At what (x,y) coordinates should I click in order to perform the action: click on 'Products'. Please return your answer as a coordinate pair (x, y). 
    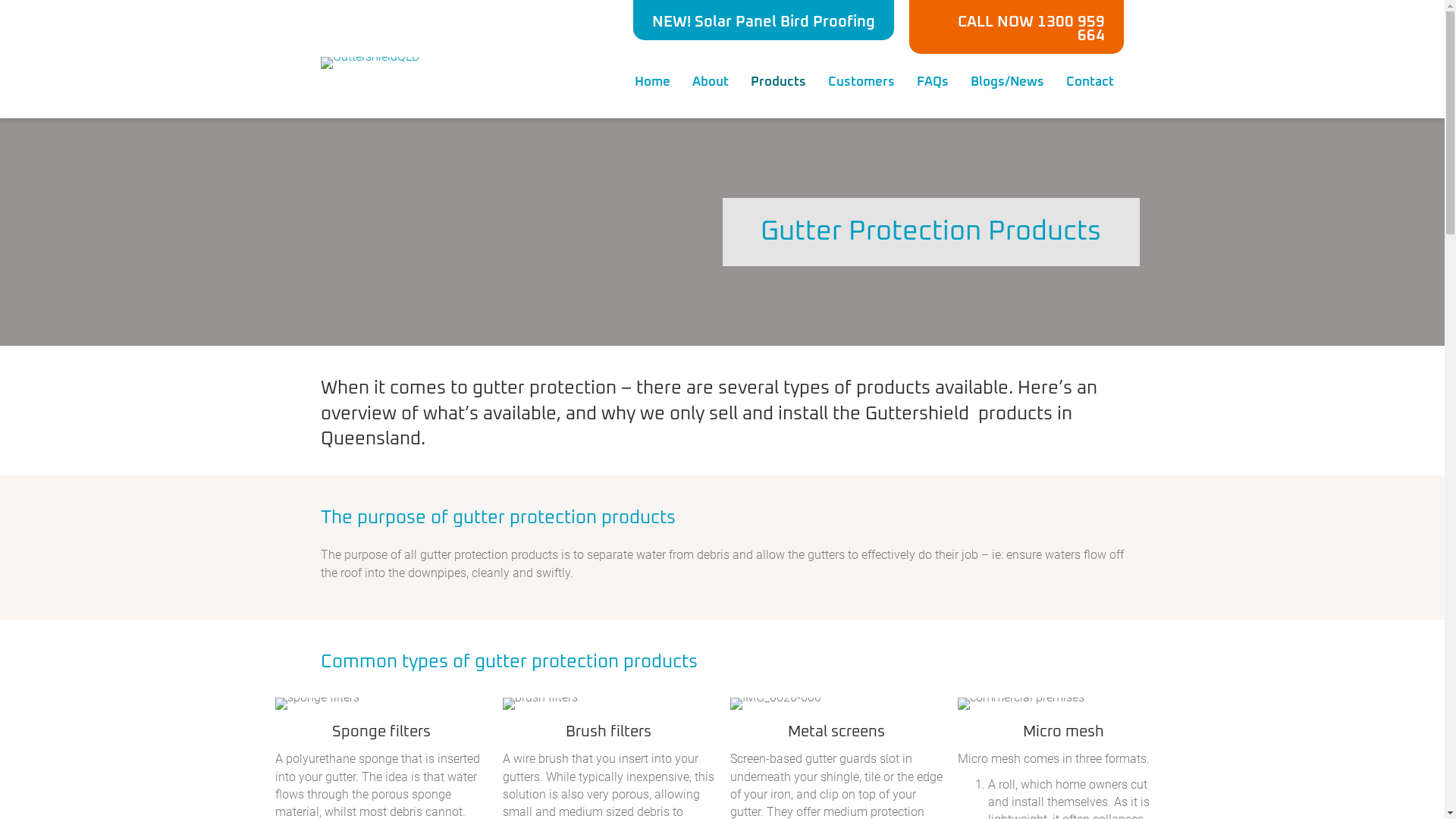
    Looking at the image, I should click on (739, 82).